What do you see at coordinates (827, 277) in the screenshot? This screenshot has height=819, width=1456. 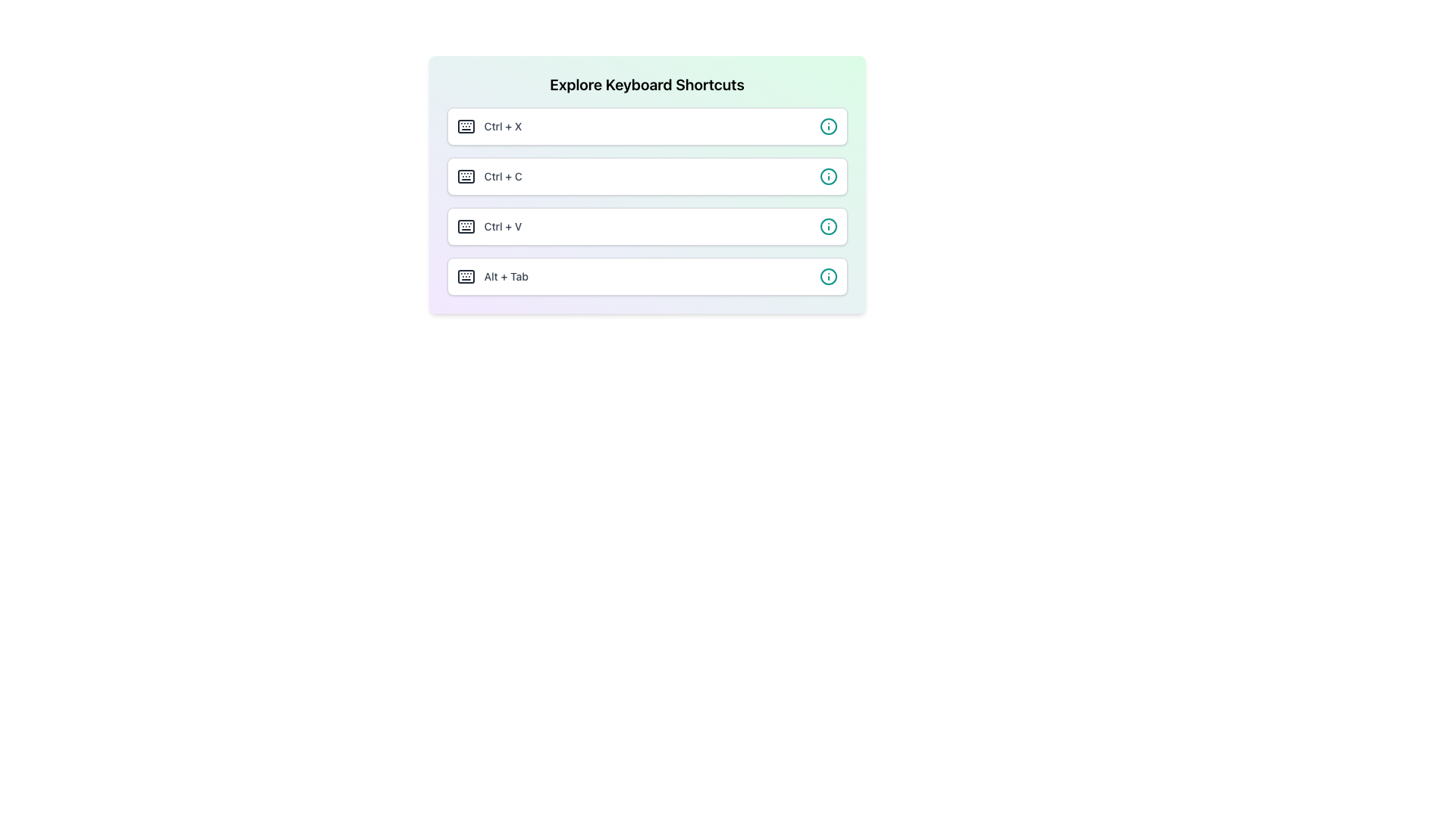 I see `the central circular component of the SVG icon located near the bottom-right corner of the last list item in a vertical list of shortcut actions` at bounding box center [827, 277].